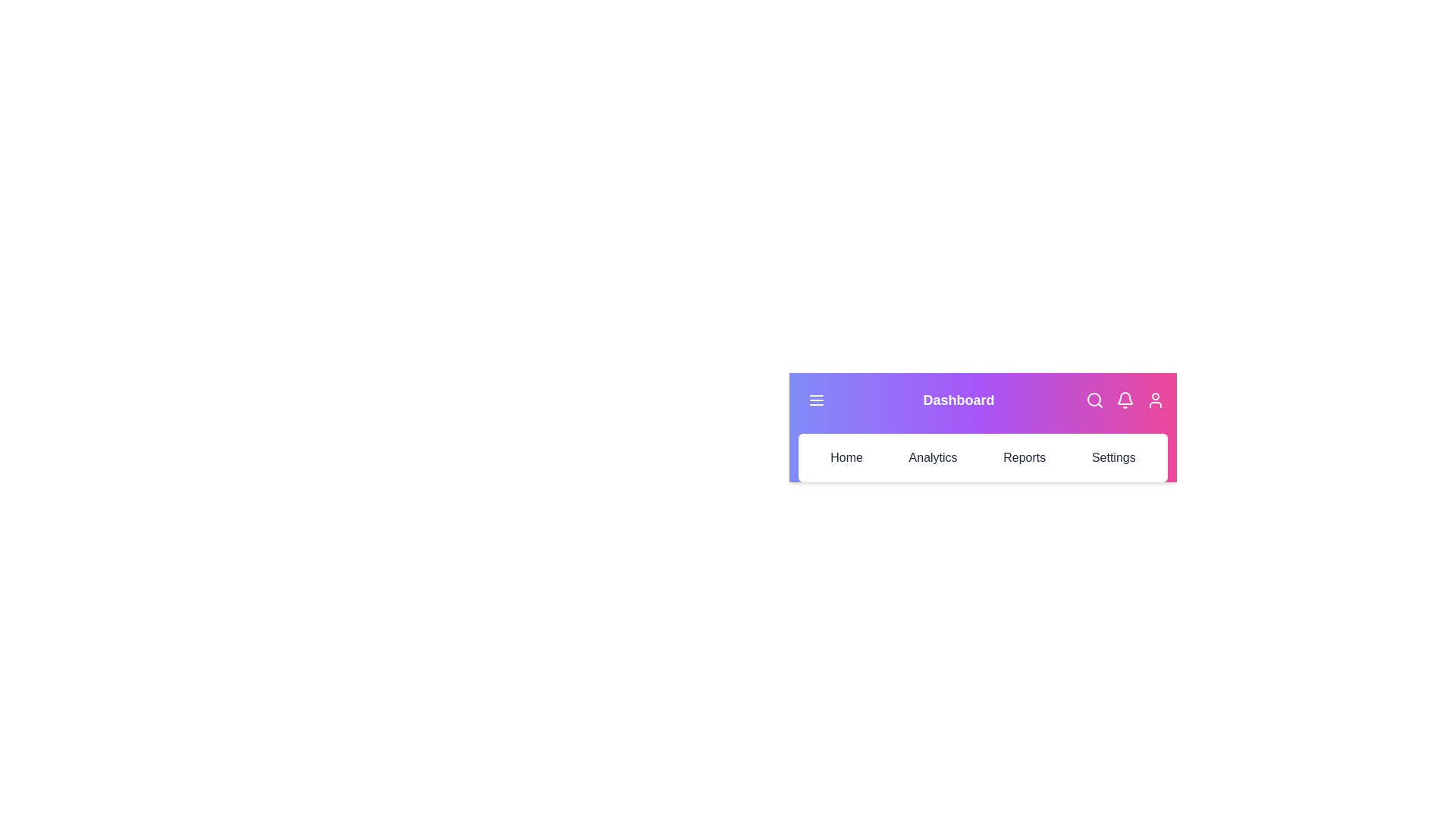  What do you see at coordinates (1113, 457) in the screenshot?
I see `the 'Settings' tab in the navigation bar` at bounding box center [1113, 457].